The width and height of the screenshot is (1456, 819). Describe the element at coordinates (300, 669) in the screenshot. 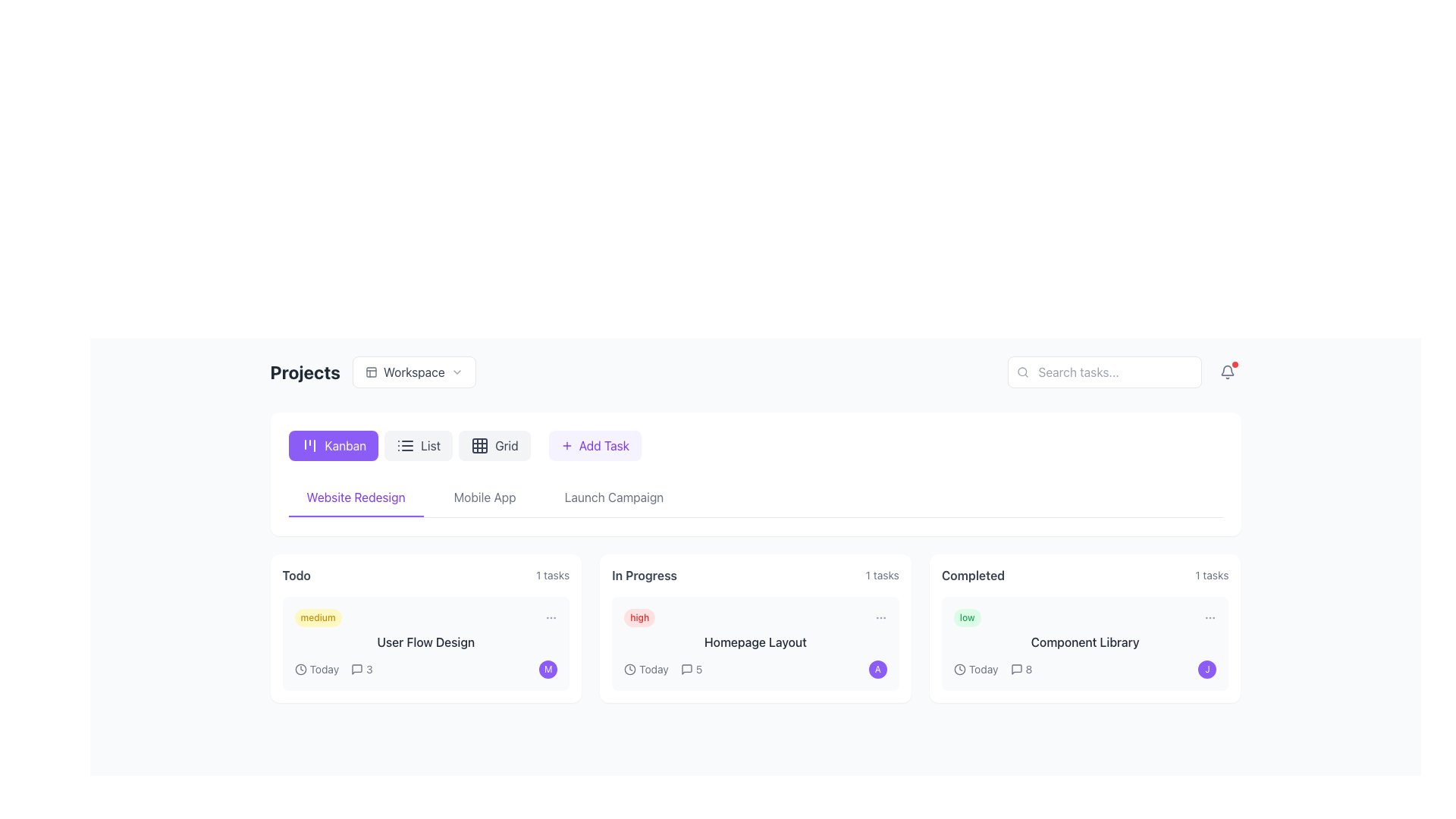

I see `circular clock icon located immediately to the left of the text 'Today', which features a minimal design with two thin lines resembling clock hands` at that location.